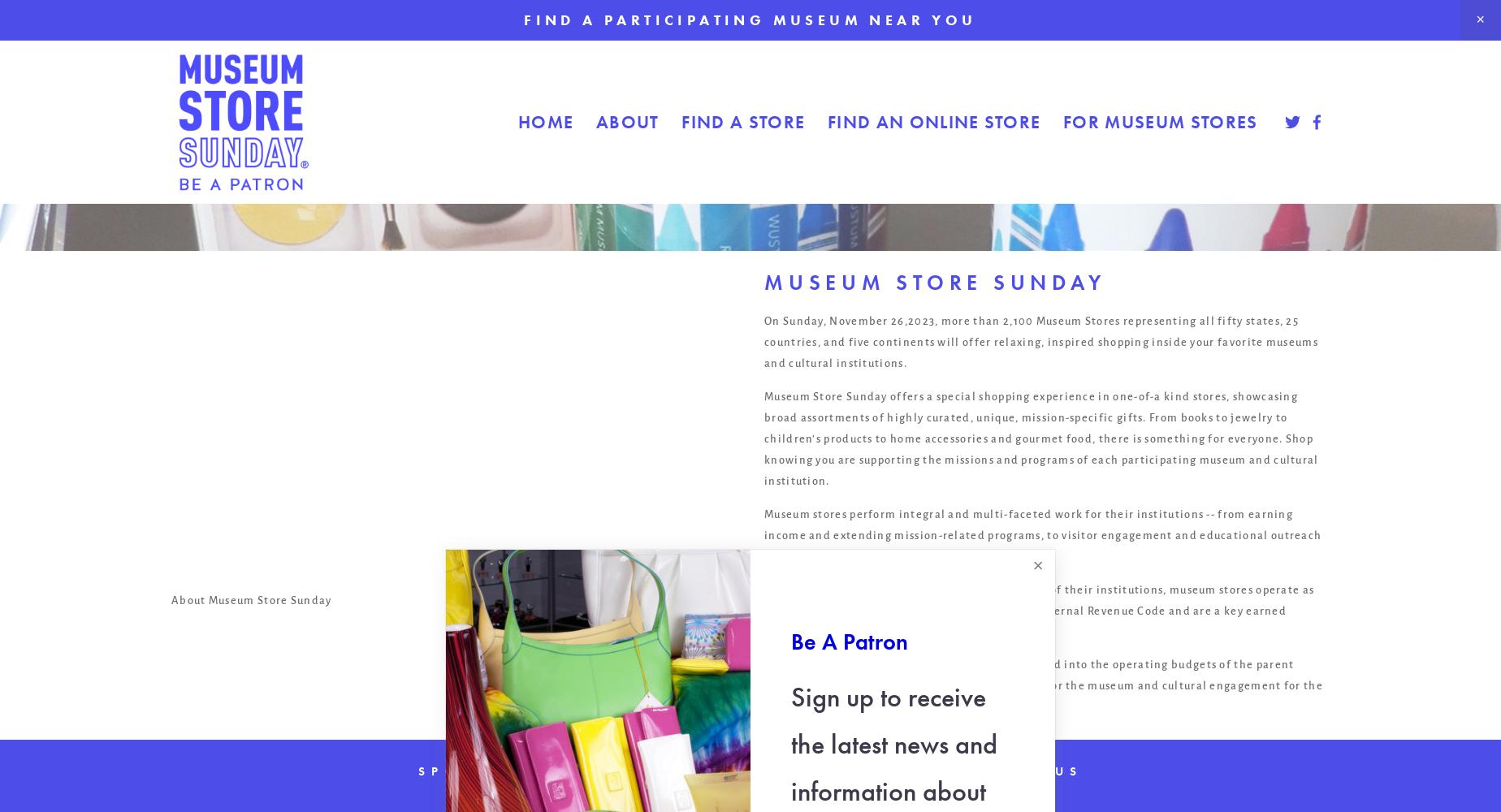  I want to click on 'Museum stores perform integral and multi-faceted work for their institutions -- from earning income and extending mission-related programs, to visitor engagement and educational outreach through store products, programs, and experiences.', so click(764, 534).